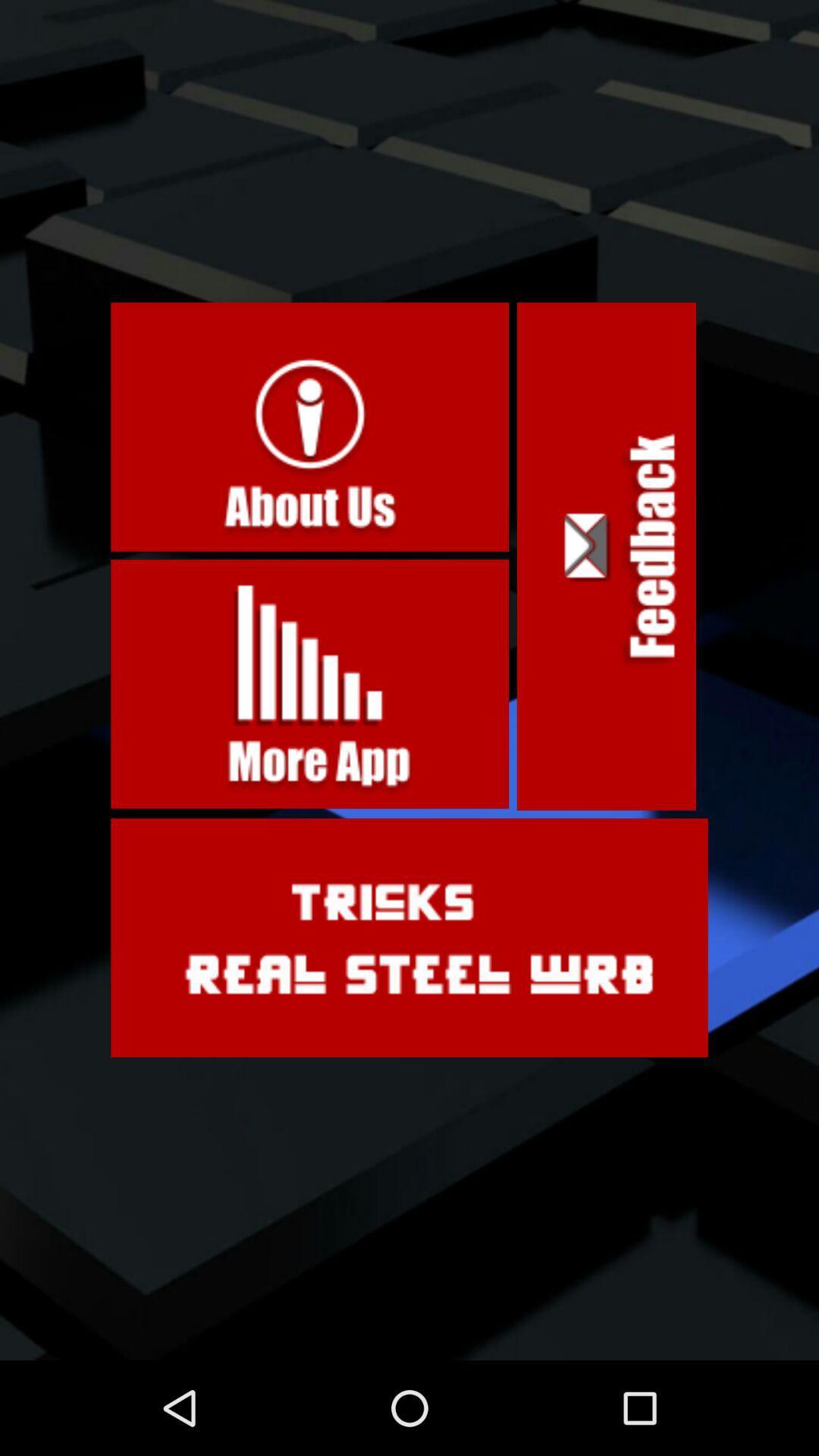  What do you see at coordinates (309, 426) in the screenshot?
I see `icon at the top` at bounding box center [309, 426].